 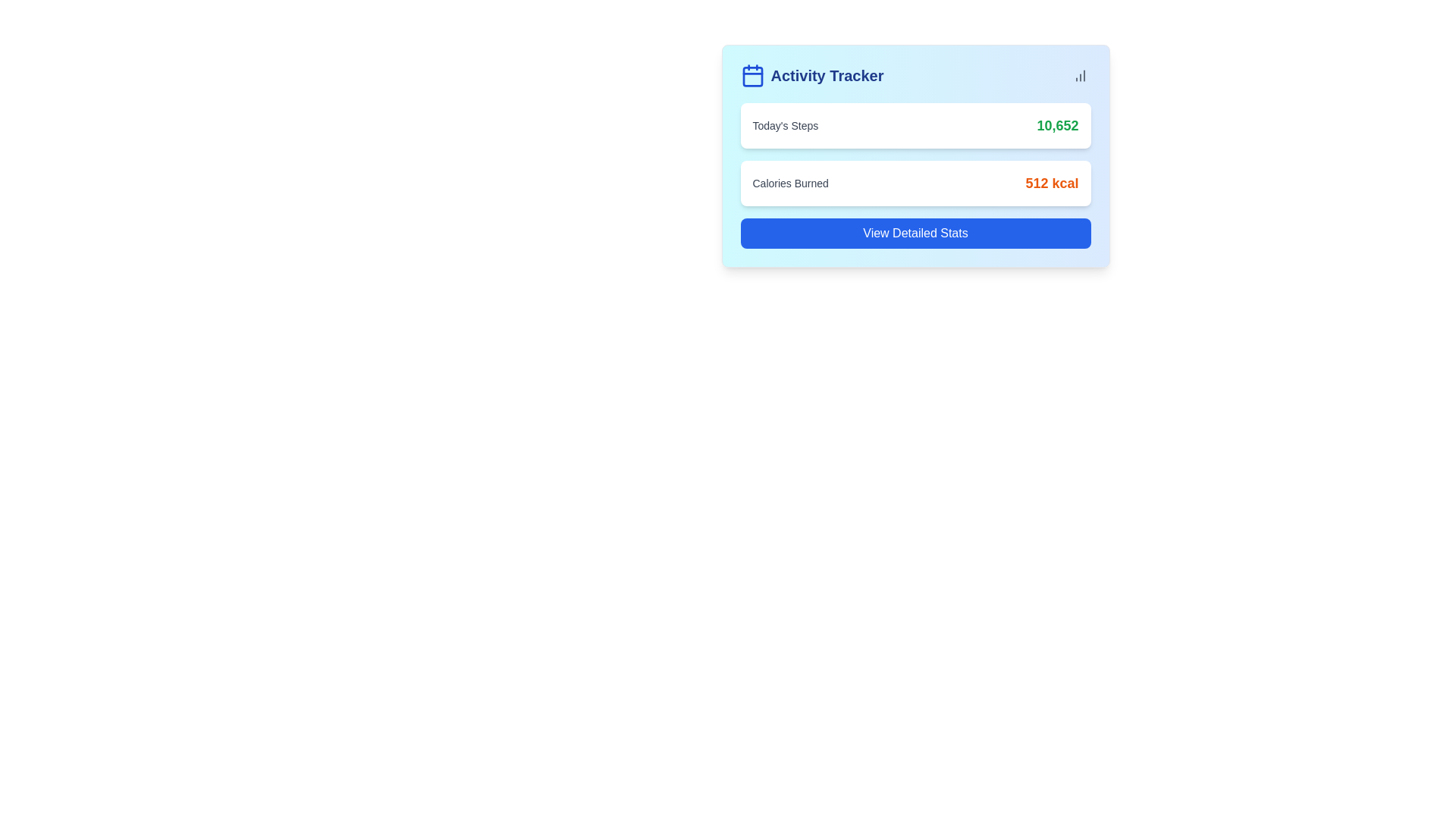 I want to click on the displayed data on the Informative card titled 'Today's Steps', which shows the value '10,652' in green on the right side of the card, so click(x=915, y=124).